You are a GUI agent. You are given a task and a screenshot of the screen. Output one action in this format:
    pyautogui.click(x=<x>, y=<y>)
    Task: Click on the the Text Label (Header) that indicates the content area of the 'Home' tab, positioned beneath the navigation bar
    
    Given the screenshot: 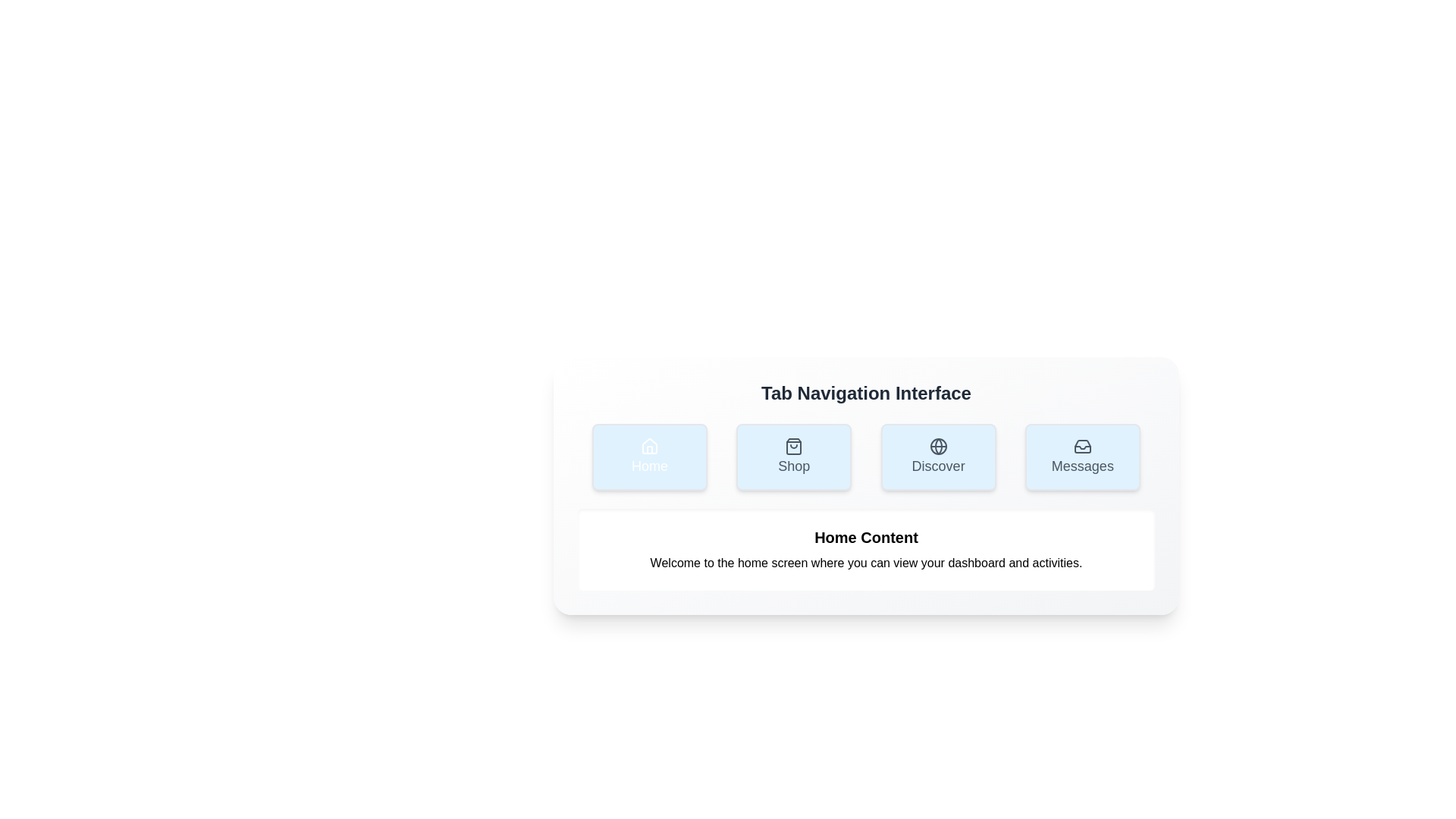 What is the action you would take?
    pyautogui.click(x=866, y=537)
    